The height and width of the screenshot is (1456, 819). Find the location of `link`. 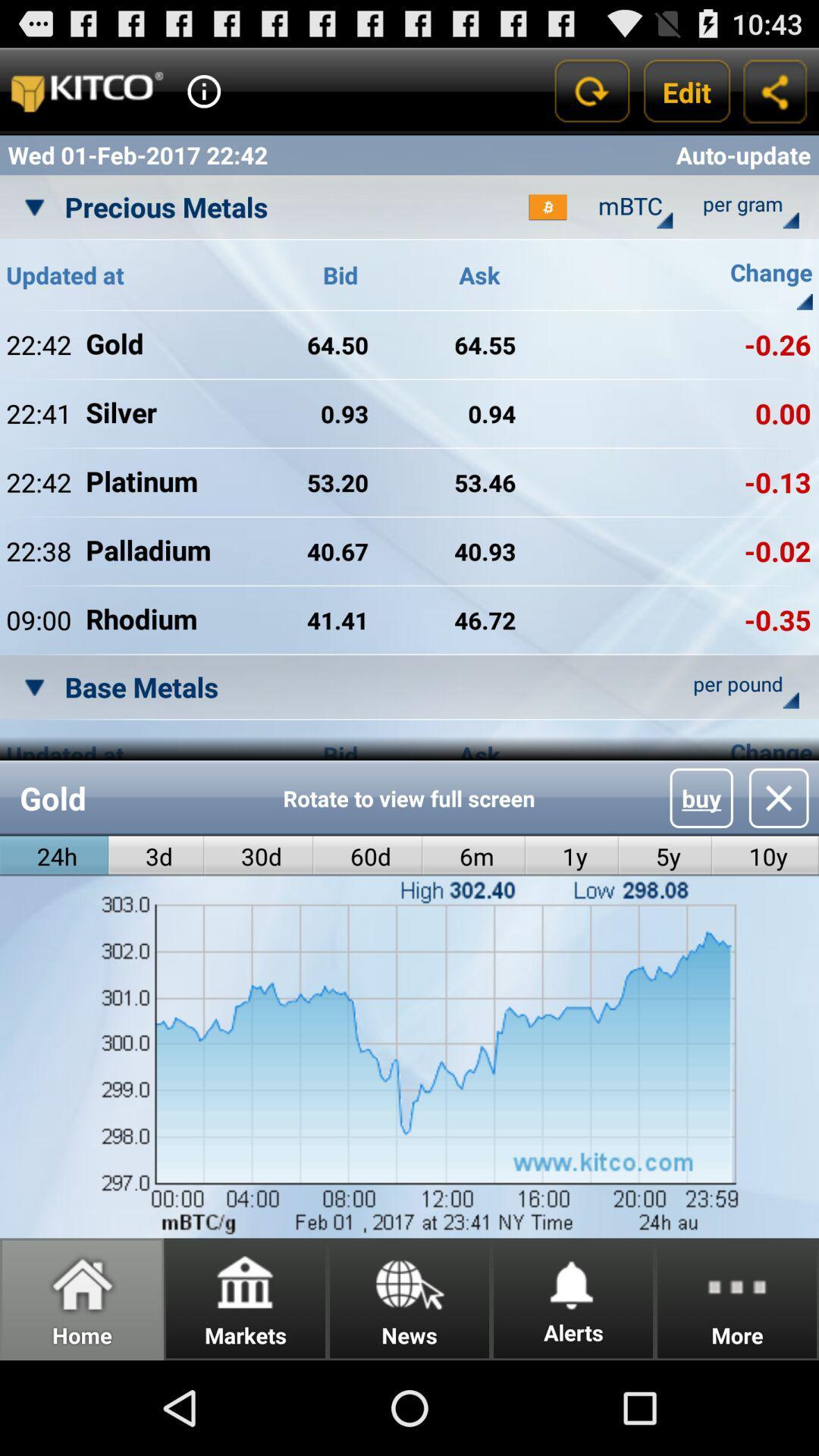

link is located at coordinates (779, 797).